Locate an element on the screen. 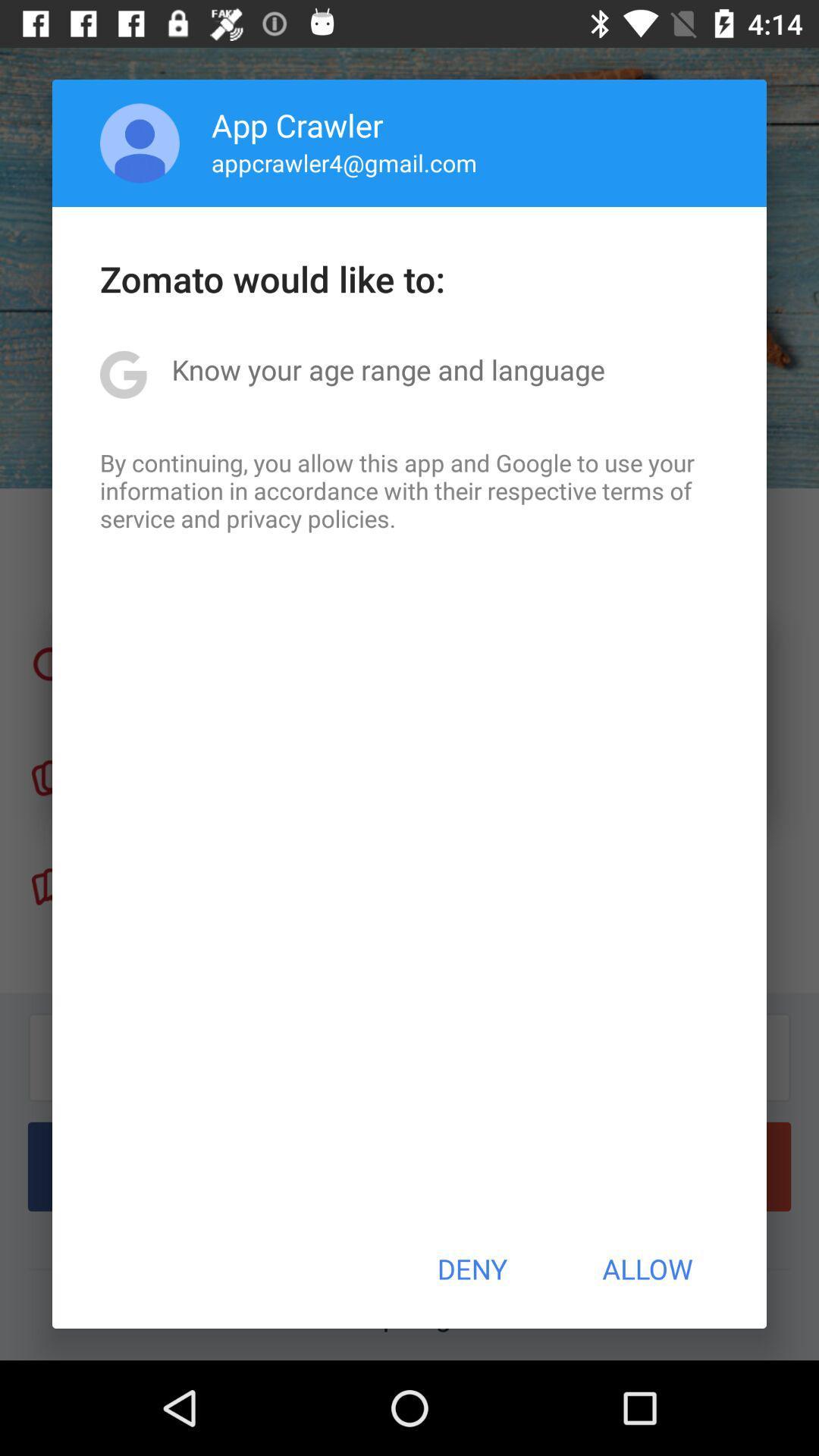 The width and height of the screenshot is (819, 1456). the item below by continuing you app is located at coordinates (471, 1269).